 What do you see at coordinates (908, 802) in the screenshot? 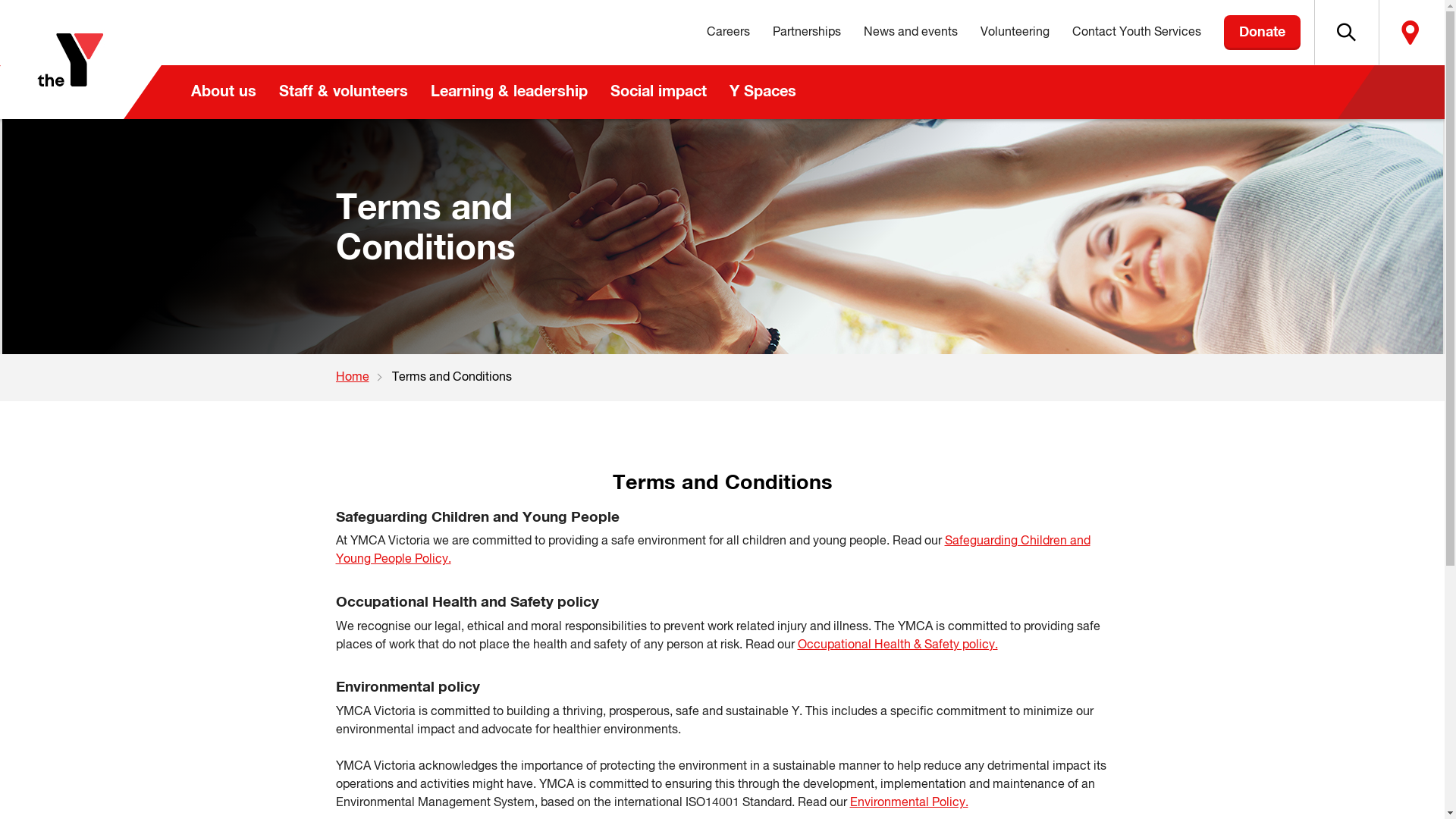
I see `'Environmental Policy.'` at bounding box center [908, 802].